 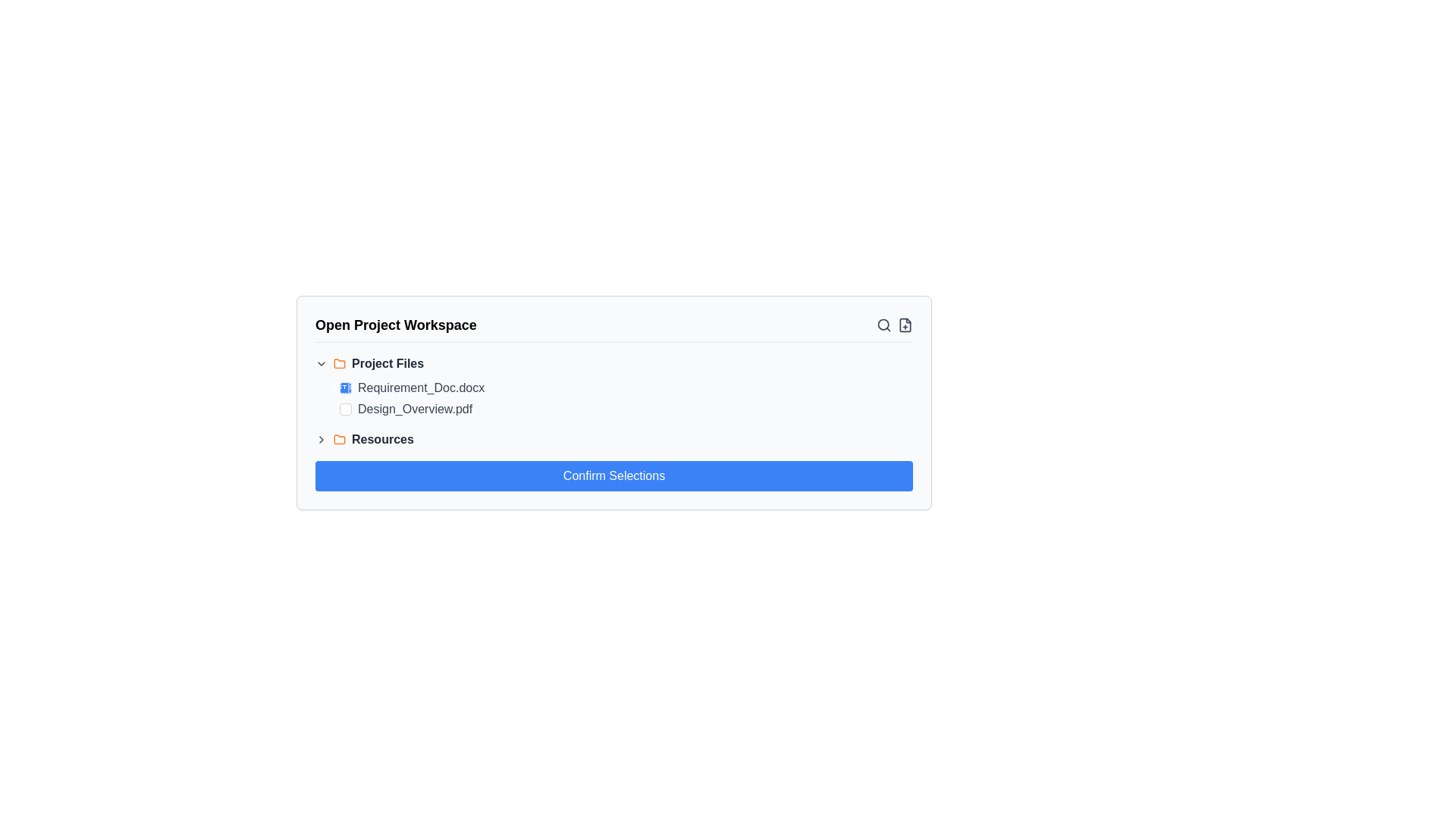 I want to click on the 'Project Files' header element, so click(x=388, y=363).